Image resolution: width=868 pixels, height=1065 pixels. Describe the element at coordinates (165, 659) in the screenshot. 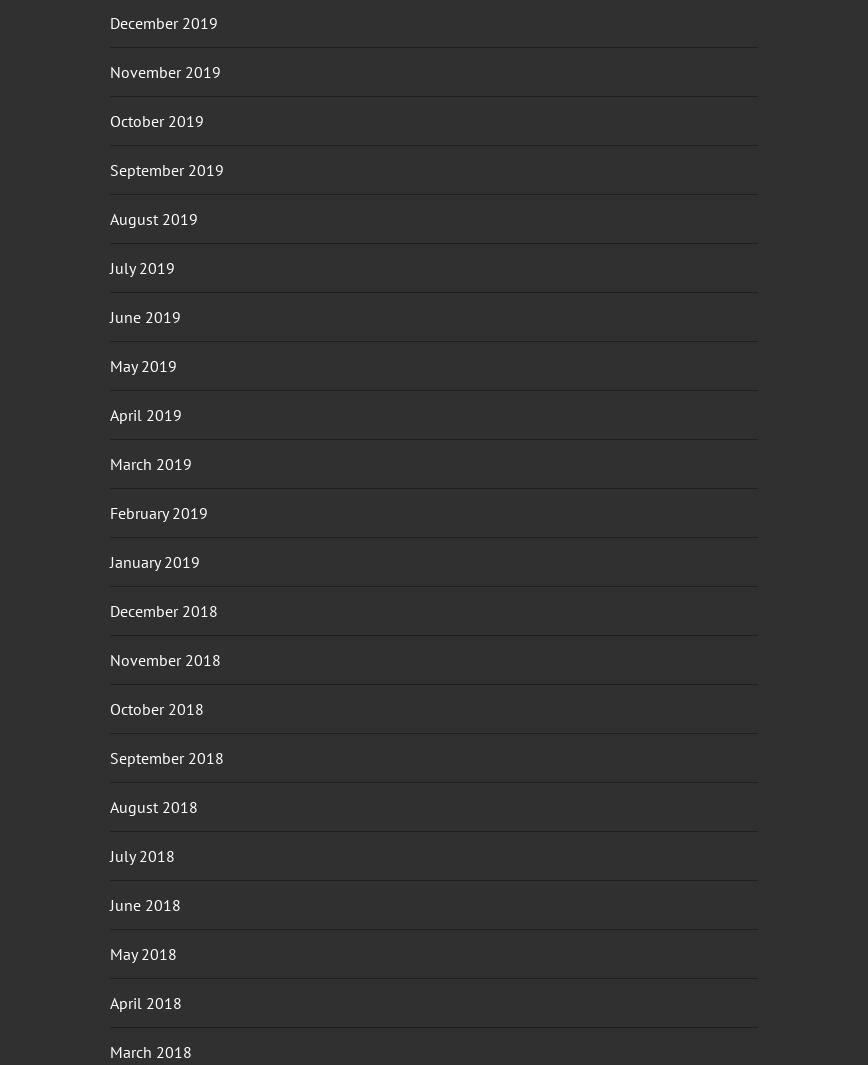

I see `'November 2018'` at that location.